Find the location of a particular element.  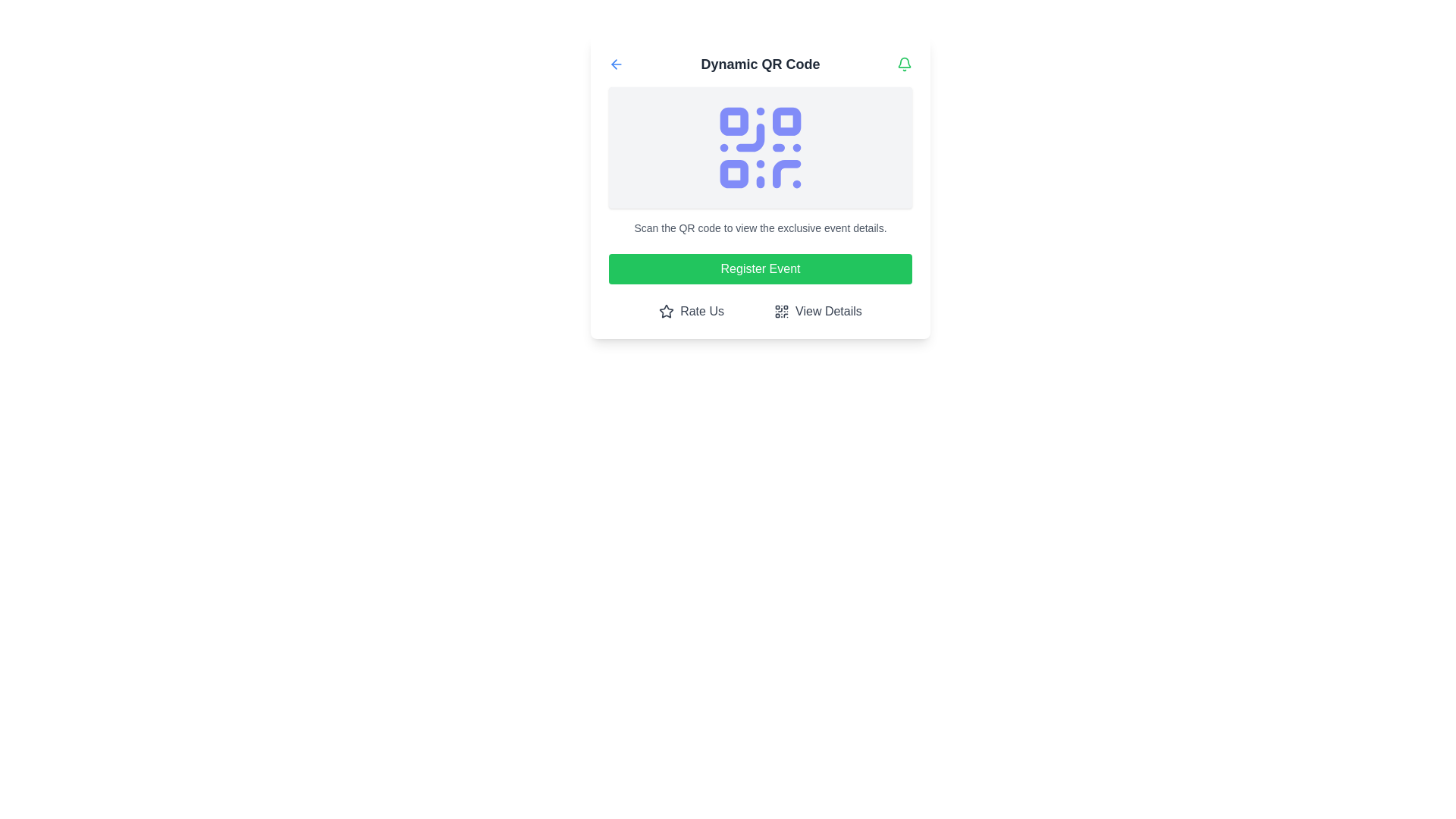

the 'Rate Us' button featuring a star icon is located at coordinates (691, 311).